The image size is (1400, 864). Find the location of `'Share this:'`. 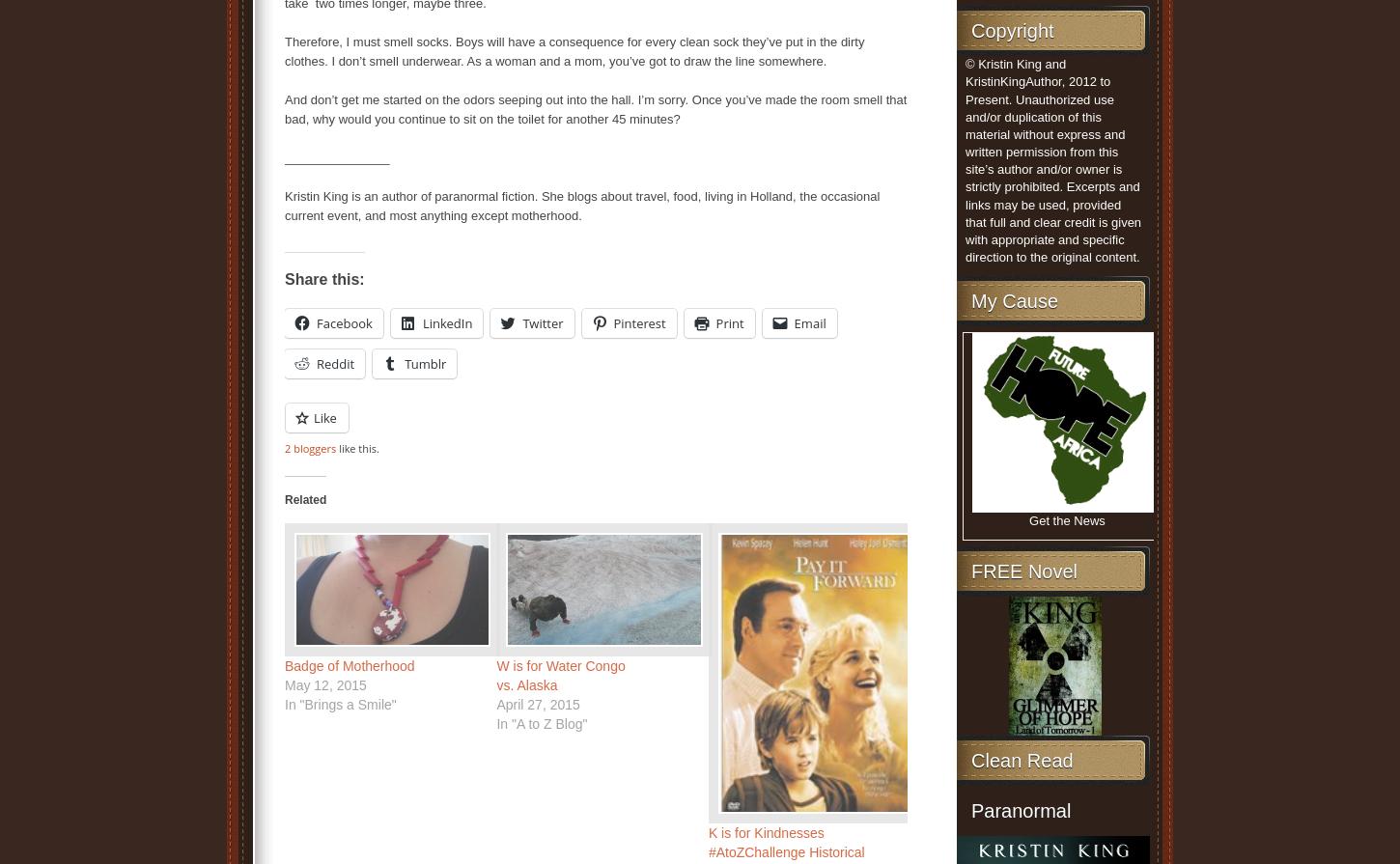

'Share this:' is located at coordinates (323, 278).